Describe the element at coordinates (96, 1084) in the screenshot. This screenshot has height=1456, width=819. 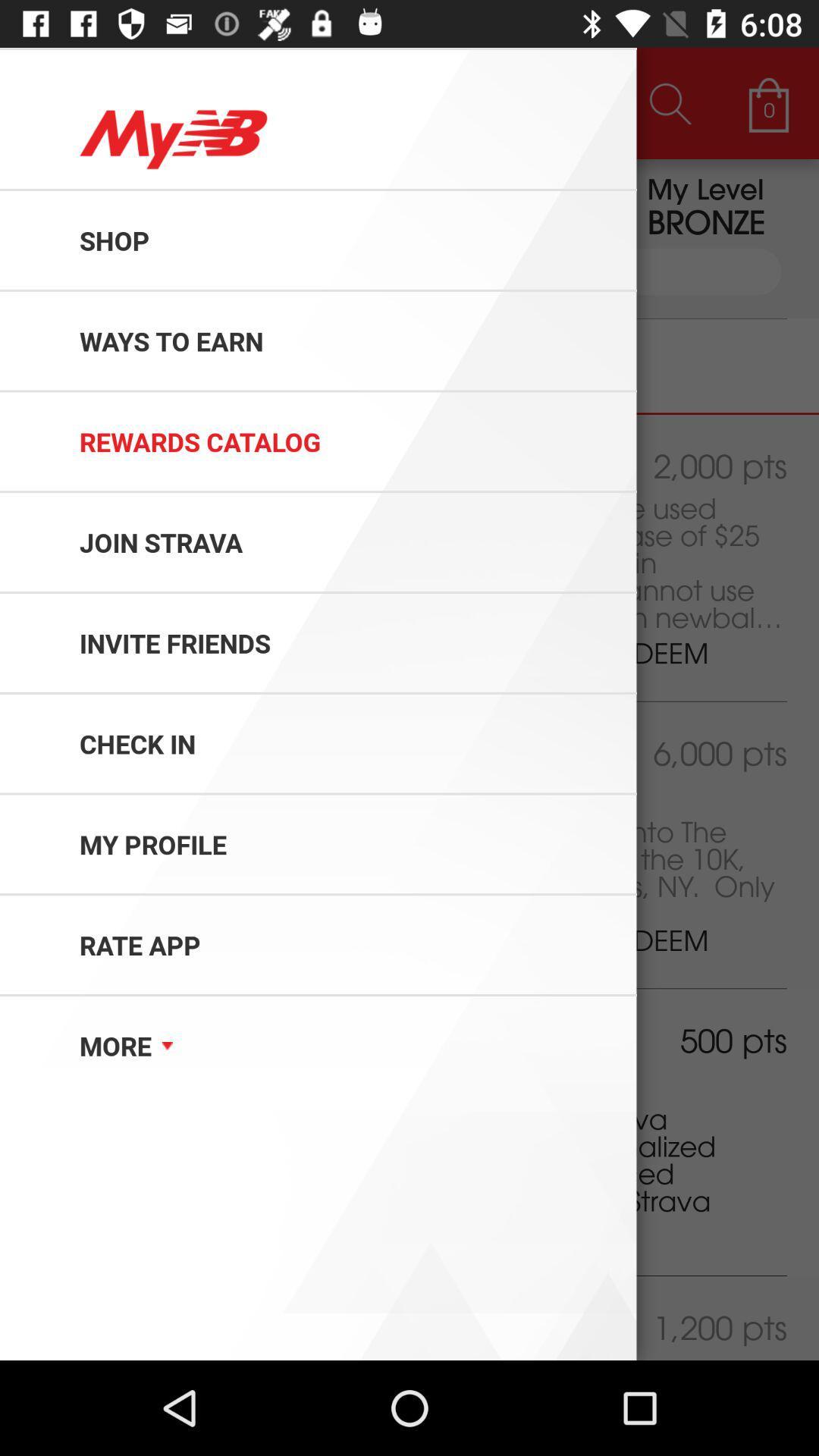
I see `more` at that location.